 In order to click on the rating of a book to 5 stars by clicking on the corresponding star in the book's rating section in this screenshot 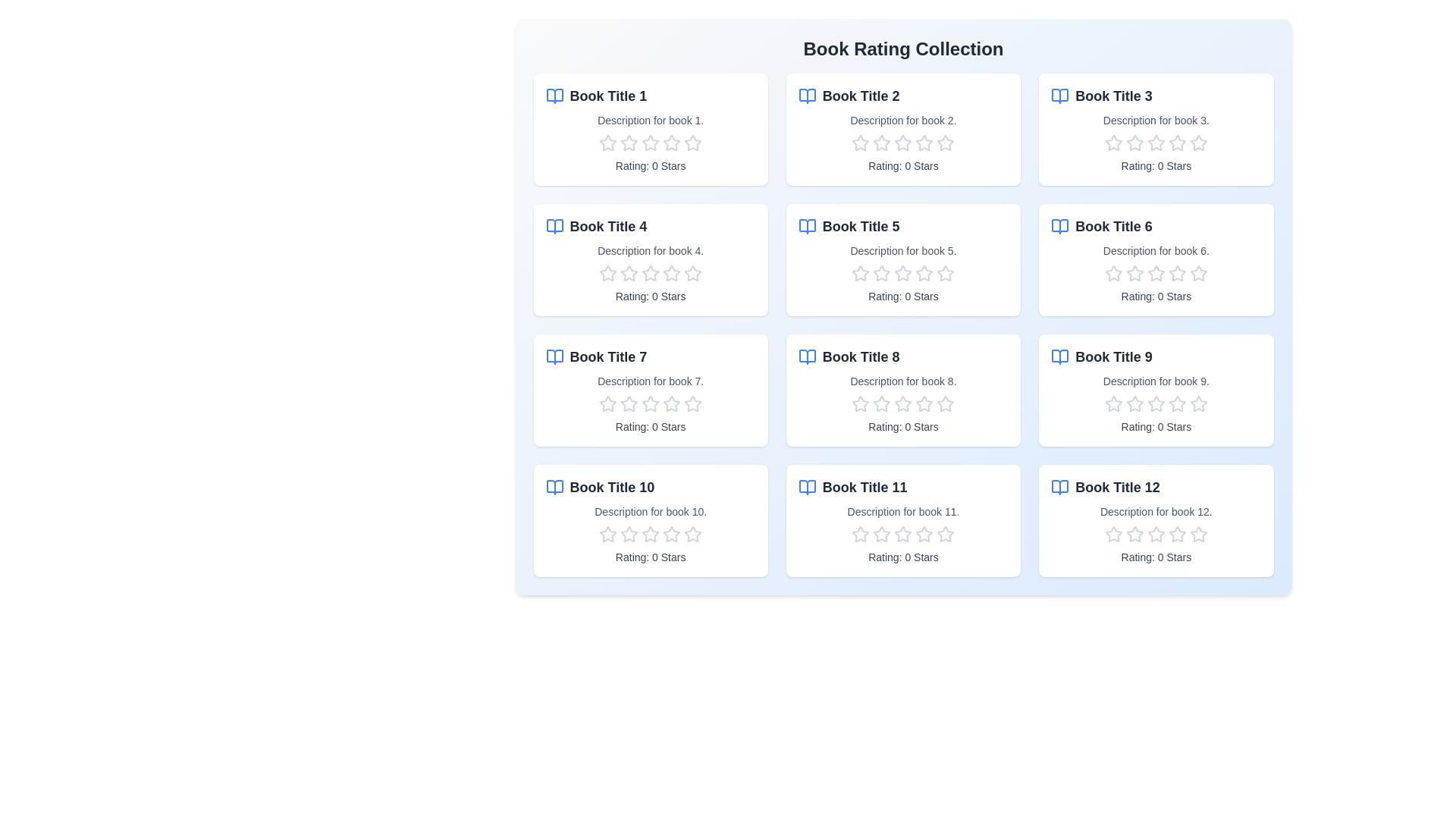, I will do `click(692, 143)`.